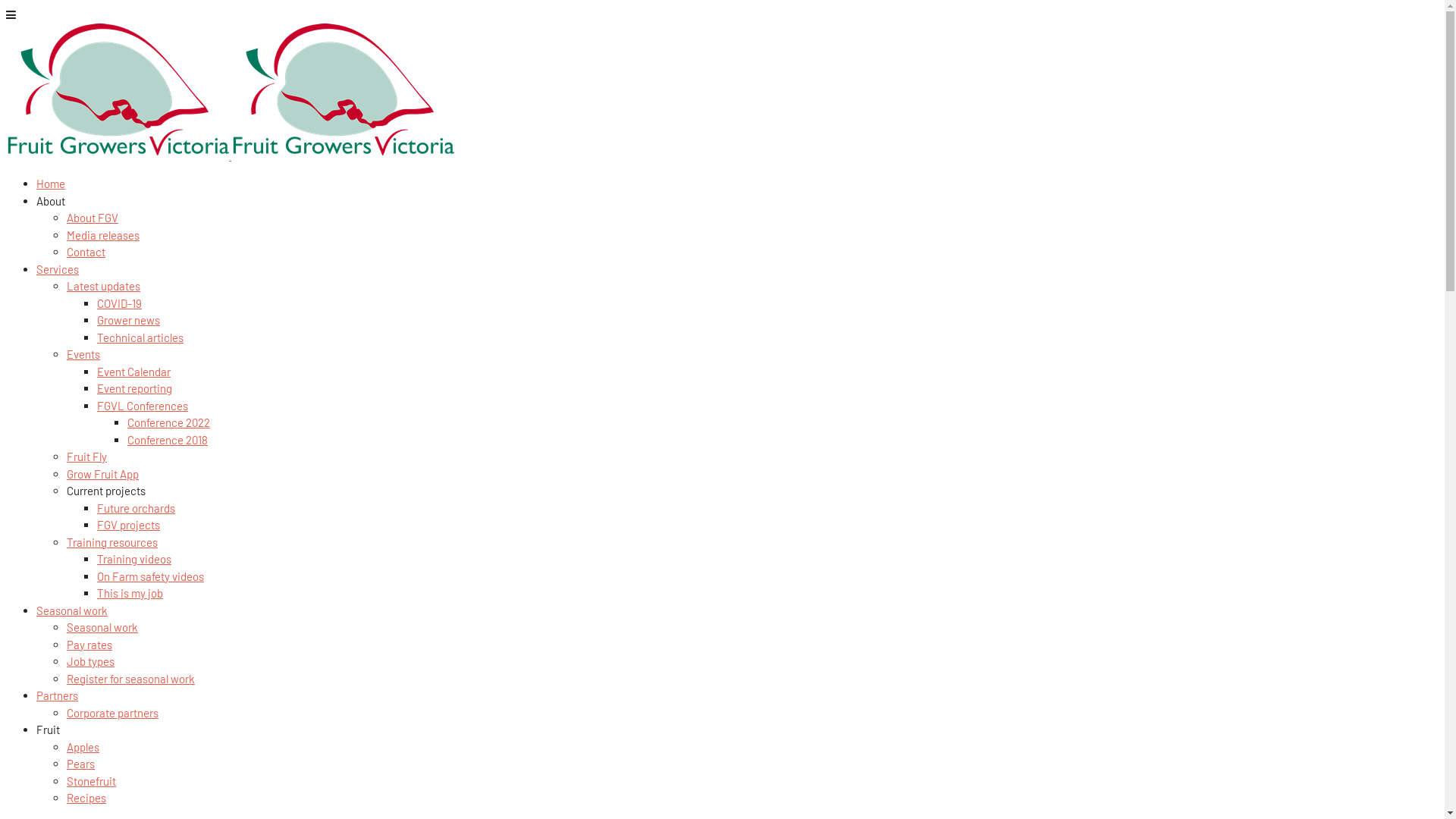 The image size is (1456, 819). Describe the element at coordinates (150, 576) in the screenshot. I see `'On Farm safety videos'` at that location.